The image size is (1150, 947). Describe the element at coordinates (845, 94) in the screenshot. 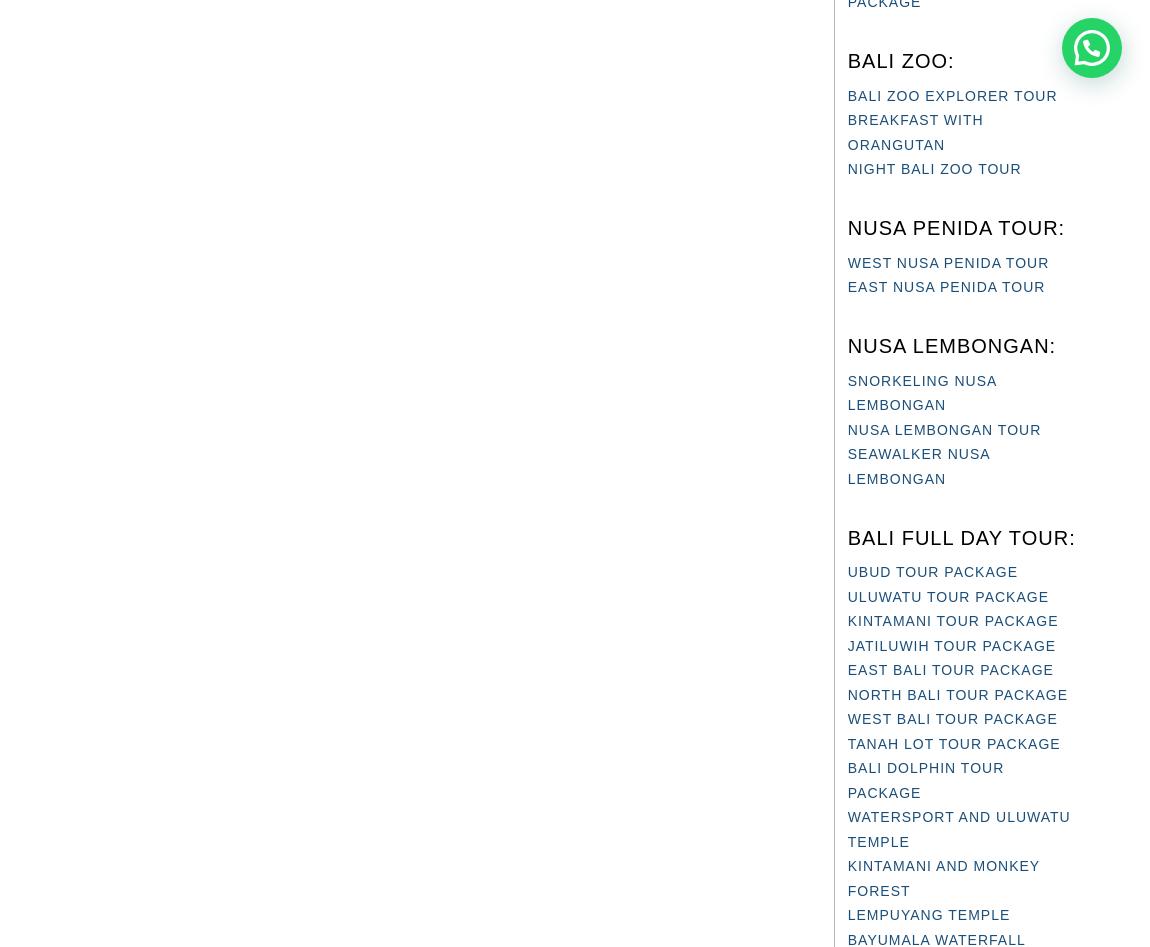

I see `'BALI ZOO EXPLORER TOUR'` at that location.